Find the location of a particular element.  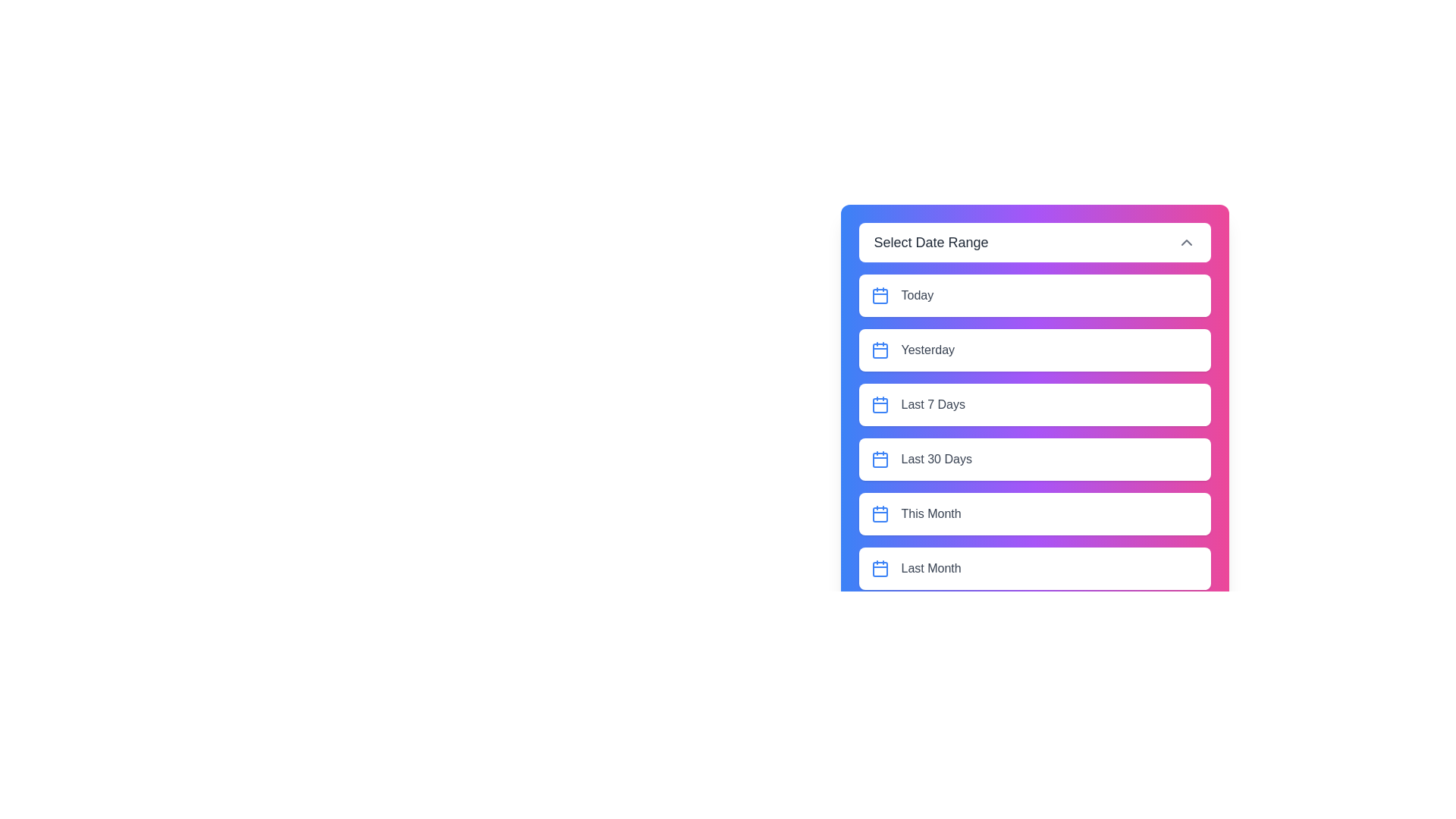

the icon next to the date range Last Month is located at coordinates (880, 568).